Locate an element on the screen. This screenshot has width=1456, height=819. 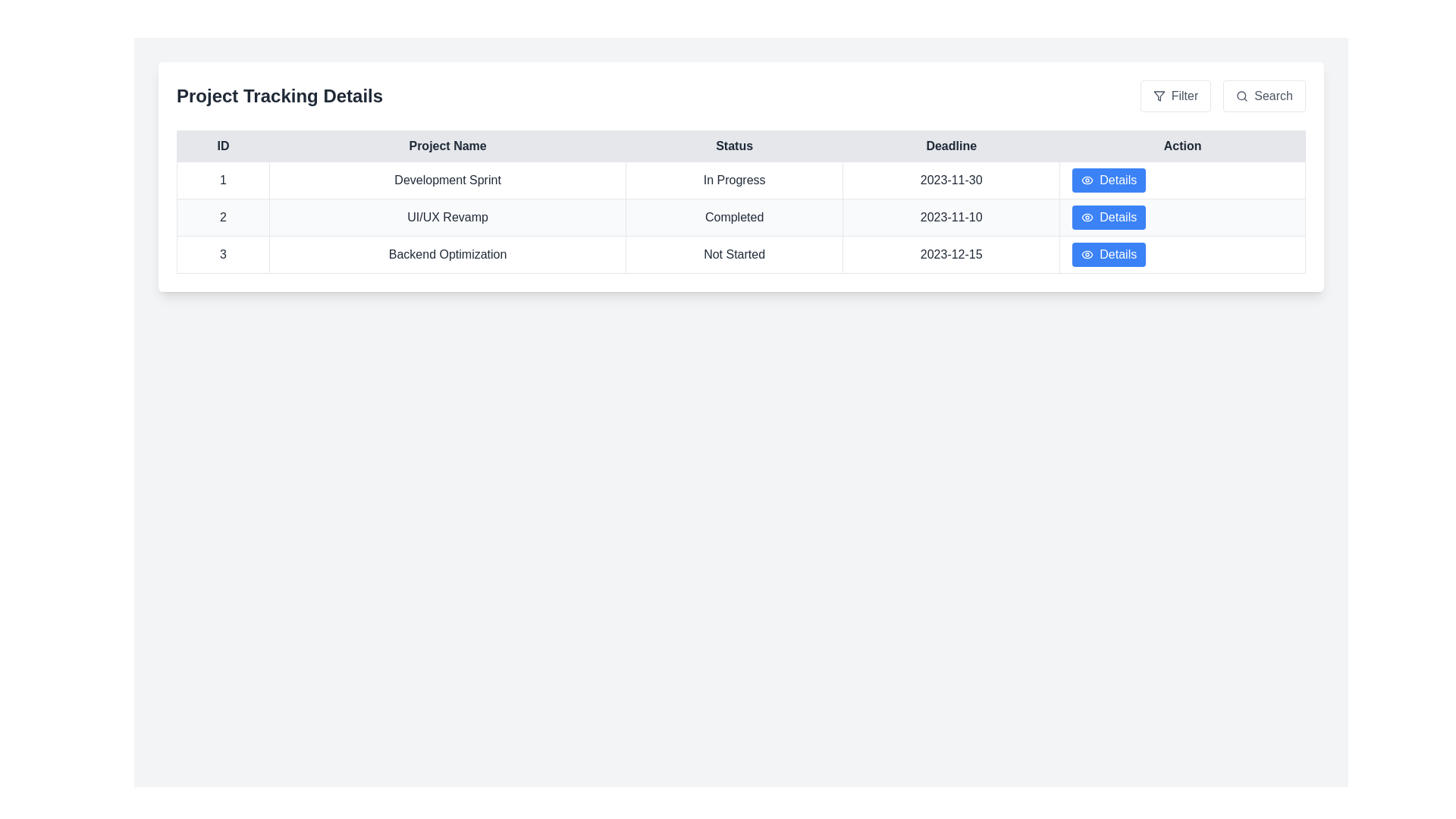
the static text label indicating the status 'Completed' for the project 'UI/UX Revamp' in the 'Project Tracking Details' table is located at coordinates (734, 217).